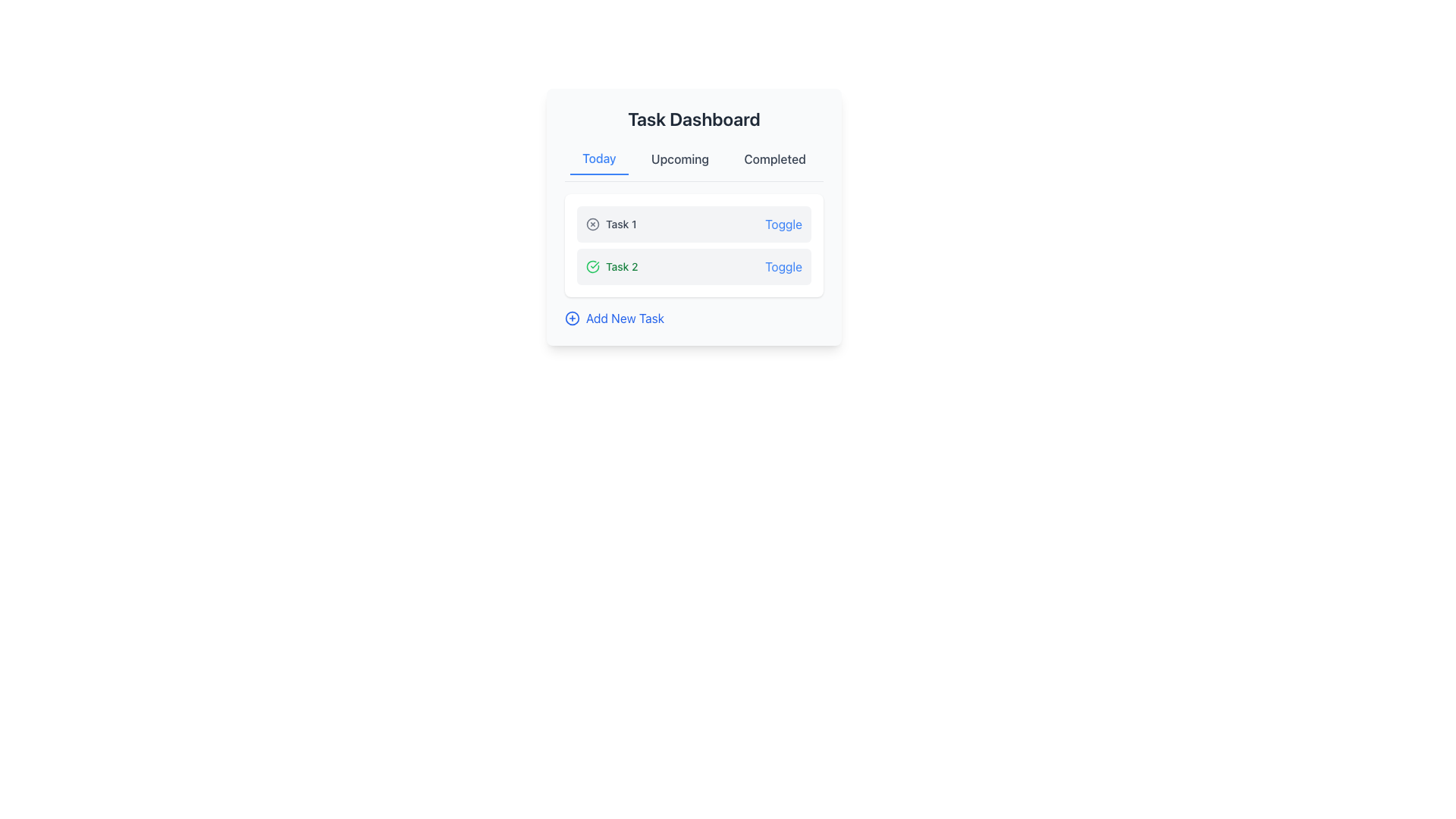  Describe the element at coordinates (598, 158) in the screenshot. I see `the 'Today' interactive tab, which is the first item in a horizontal list of navigation tabs` at that location.